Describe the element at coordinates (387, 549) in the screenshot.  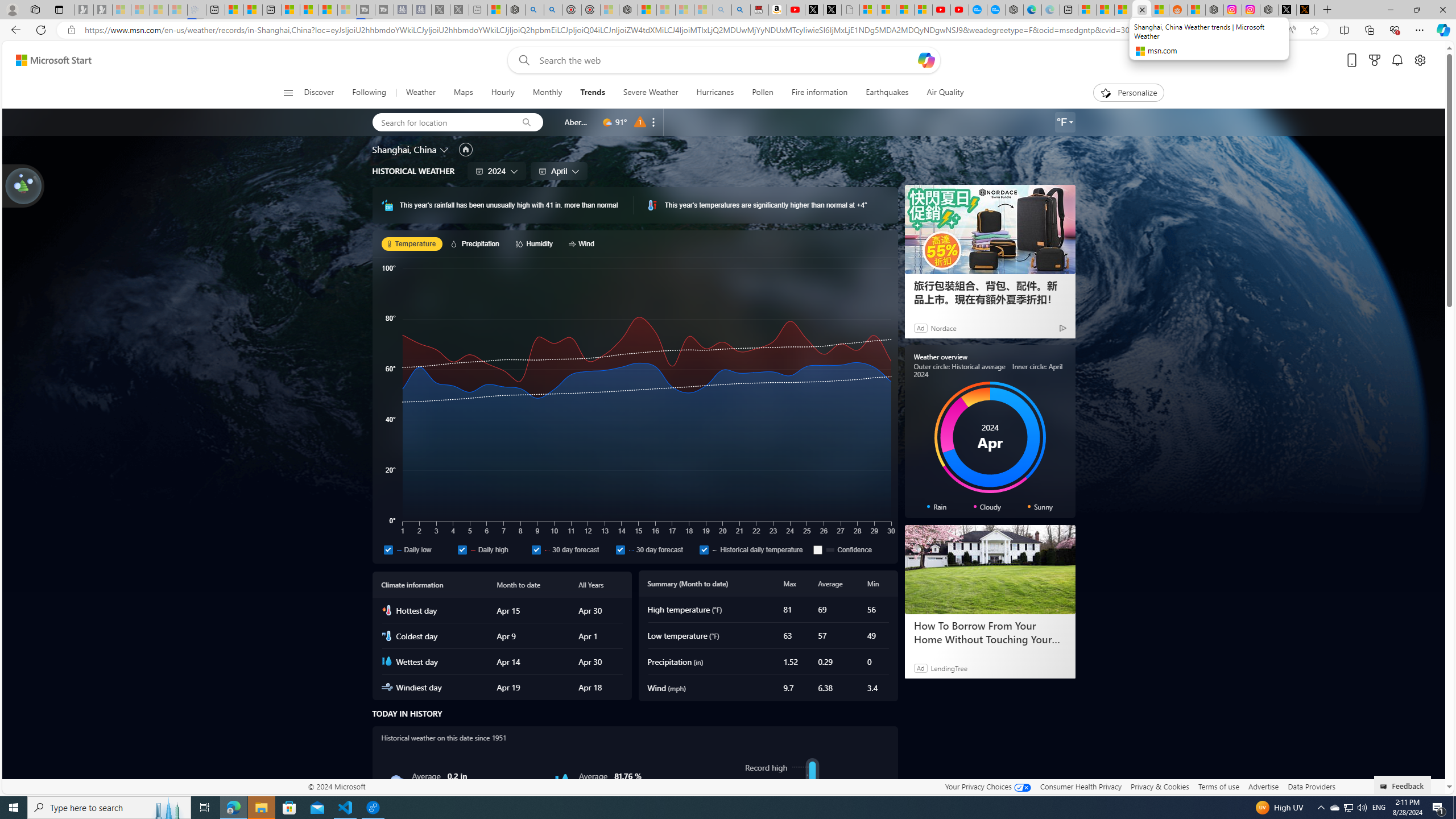
I see `'Daily low'` at that location.